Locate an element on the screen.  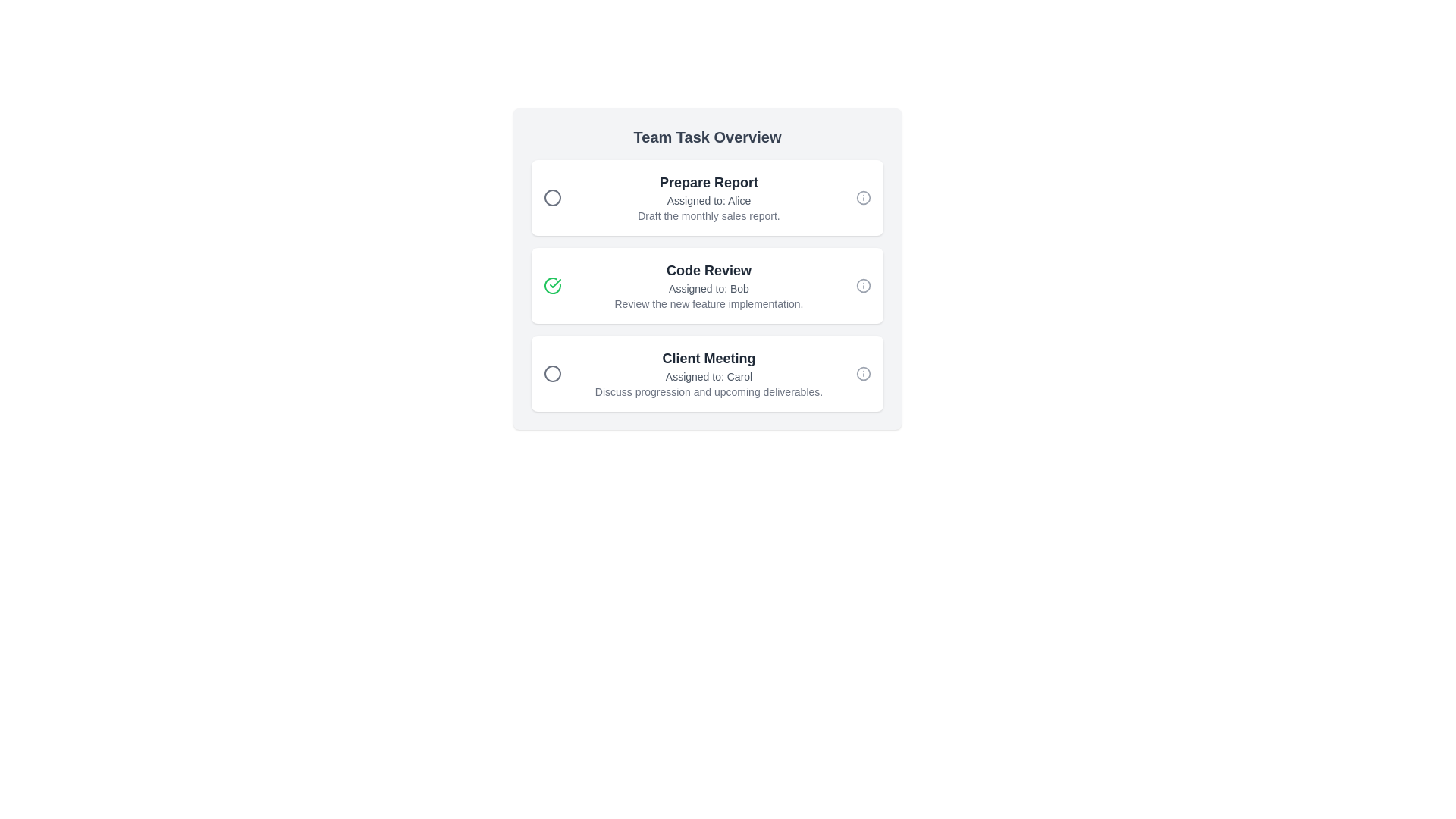
the checkmark icon with a green outline located in the second task card labeled 'Code Review' in the 'Team Task Overview' section is located at coordinates (554, 284).